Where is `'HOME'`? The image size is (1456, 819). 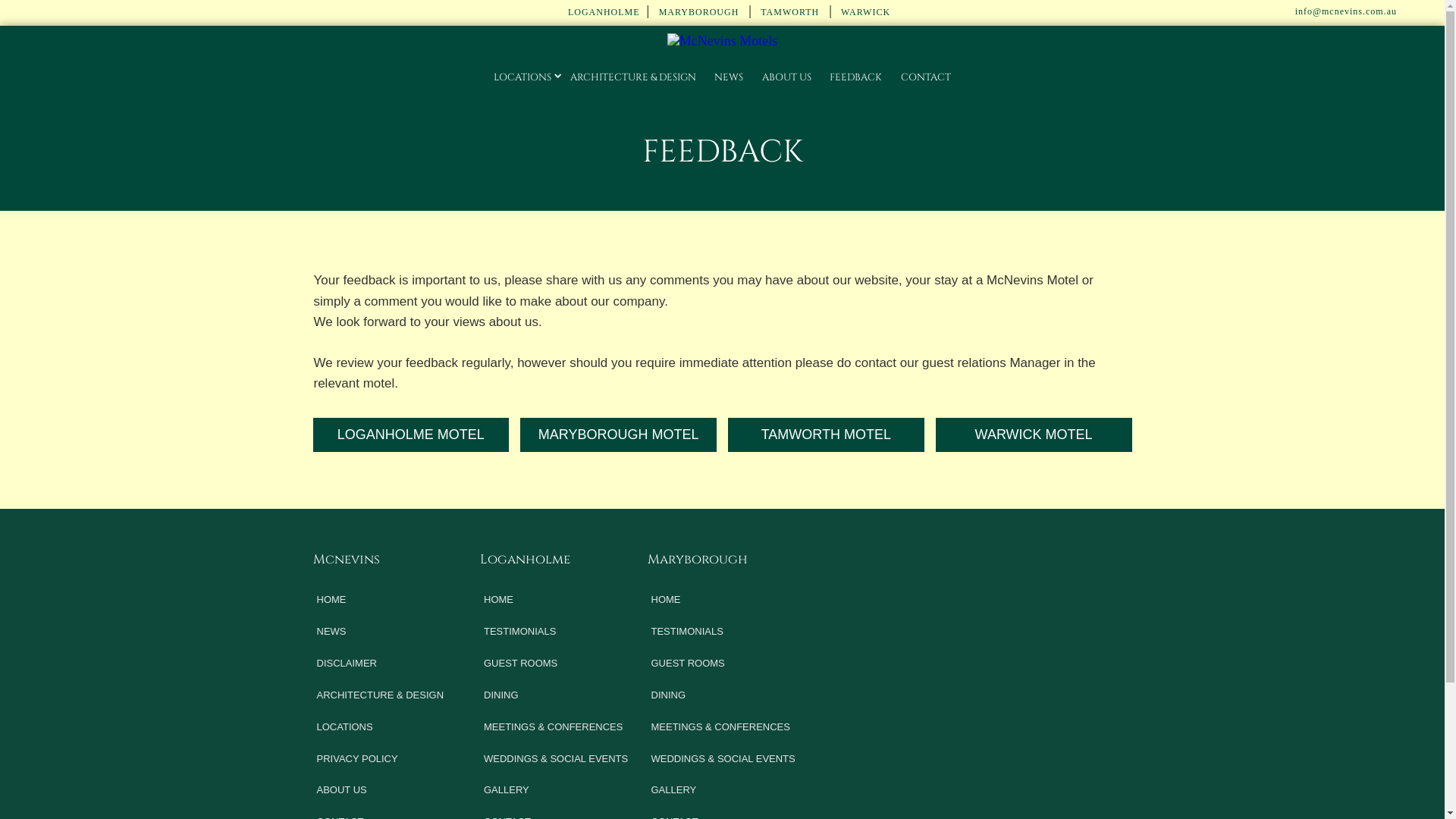 'HOME' is located at coordinates (731, 598).